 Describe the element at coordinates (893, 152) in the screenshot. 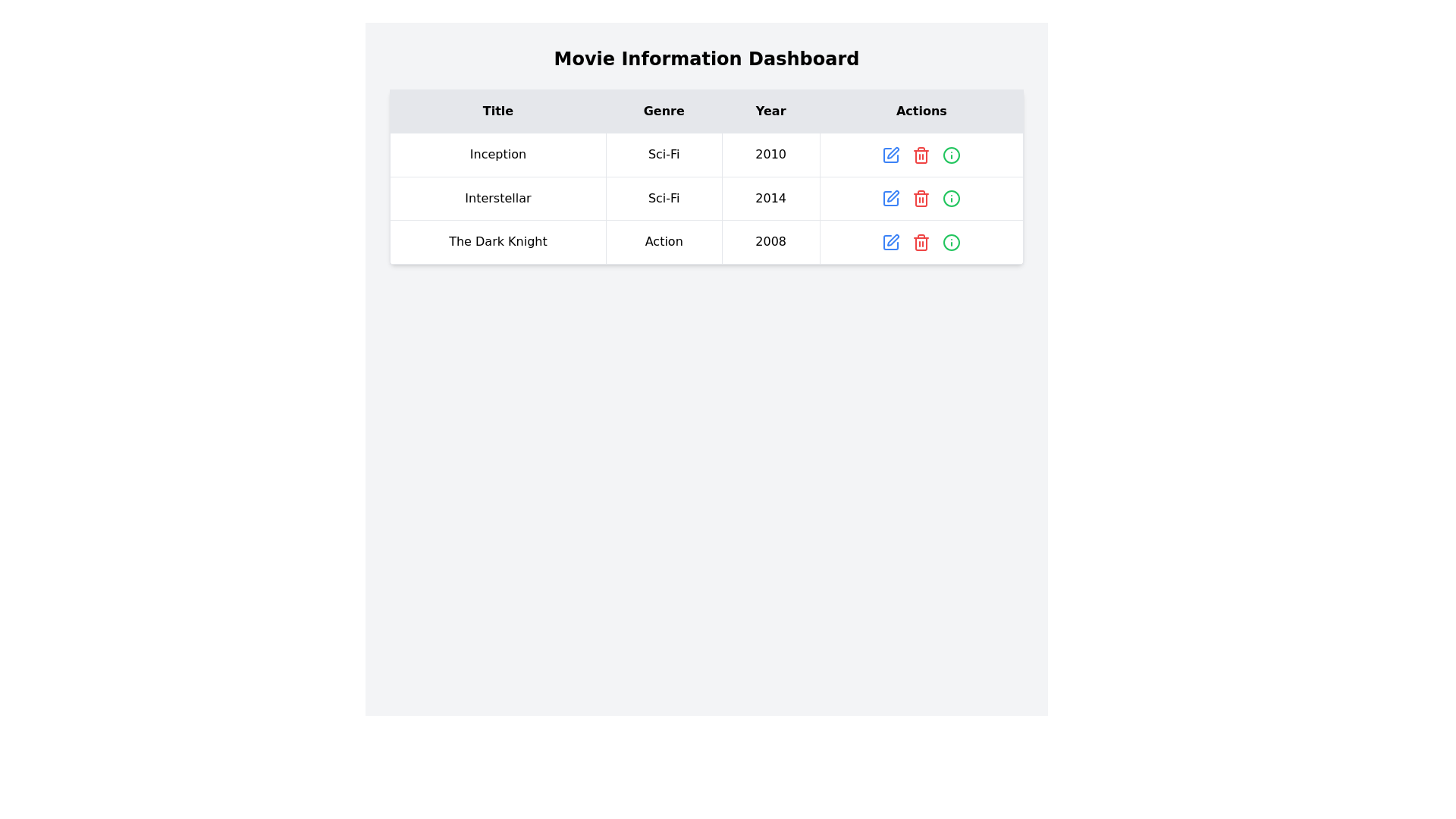

I see `the small pencil icon located in the 'Actions' column of the second row of the table to initiate an edit action` at that location.